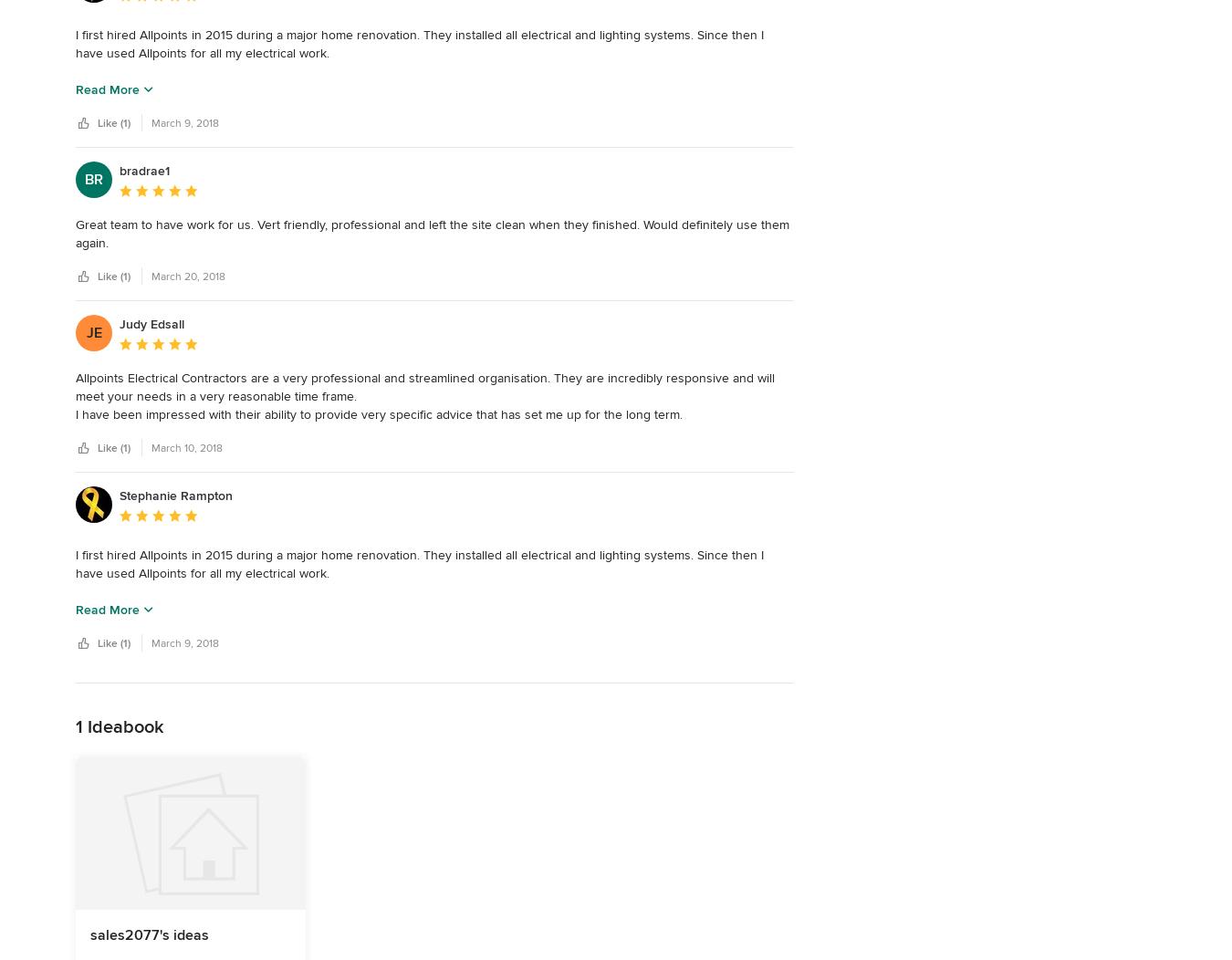  I want to click on 'sales2077's ideas', so click(150, 934).